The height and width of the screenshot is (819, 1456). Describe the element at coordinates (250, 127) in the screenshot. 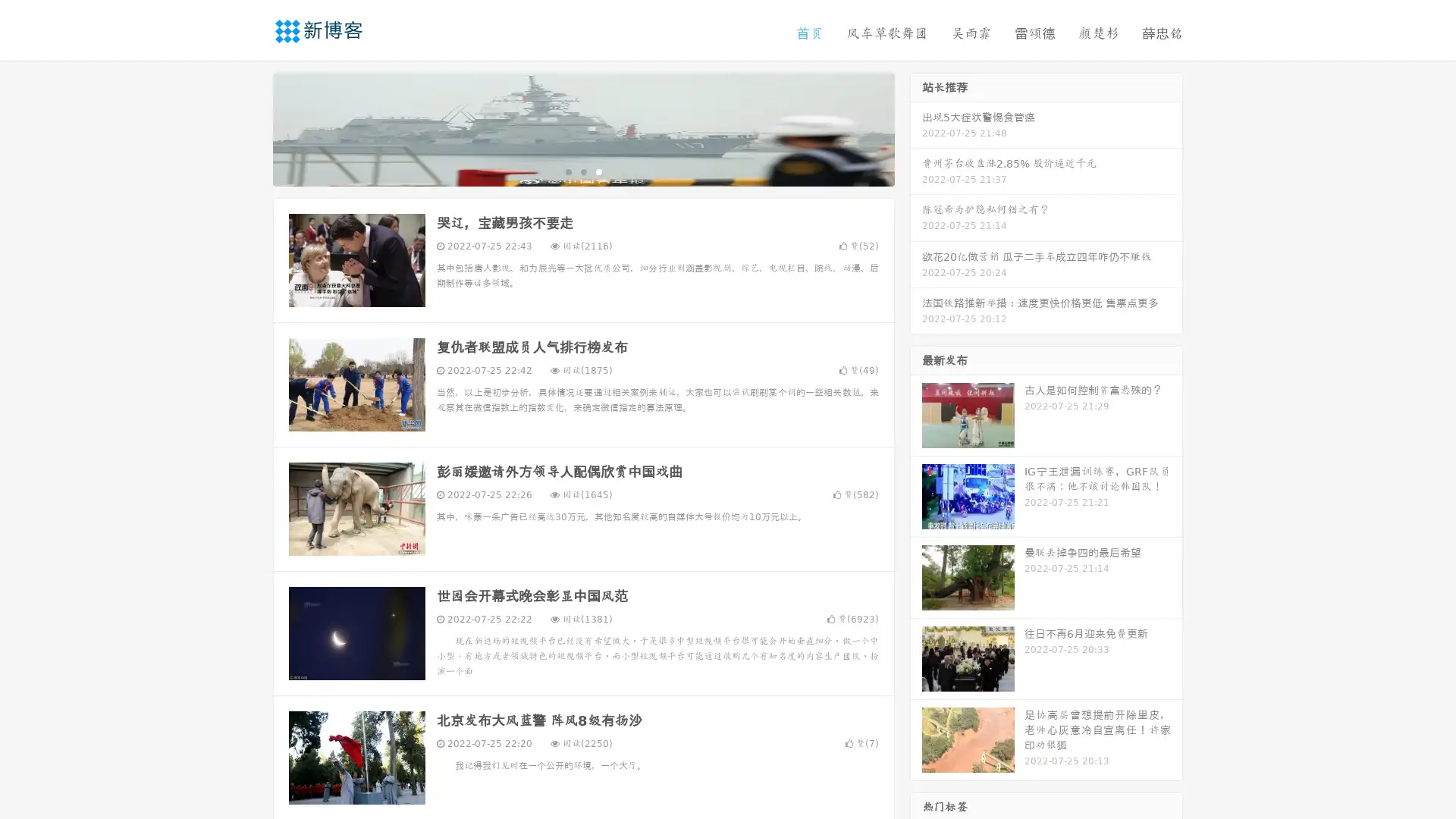

I see `Previous slide` at that location.